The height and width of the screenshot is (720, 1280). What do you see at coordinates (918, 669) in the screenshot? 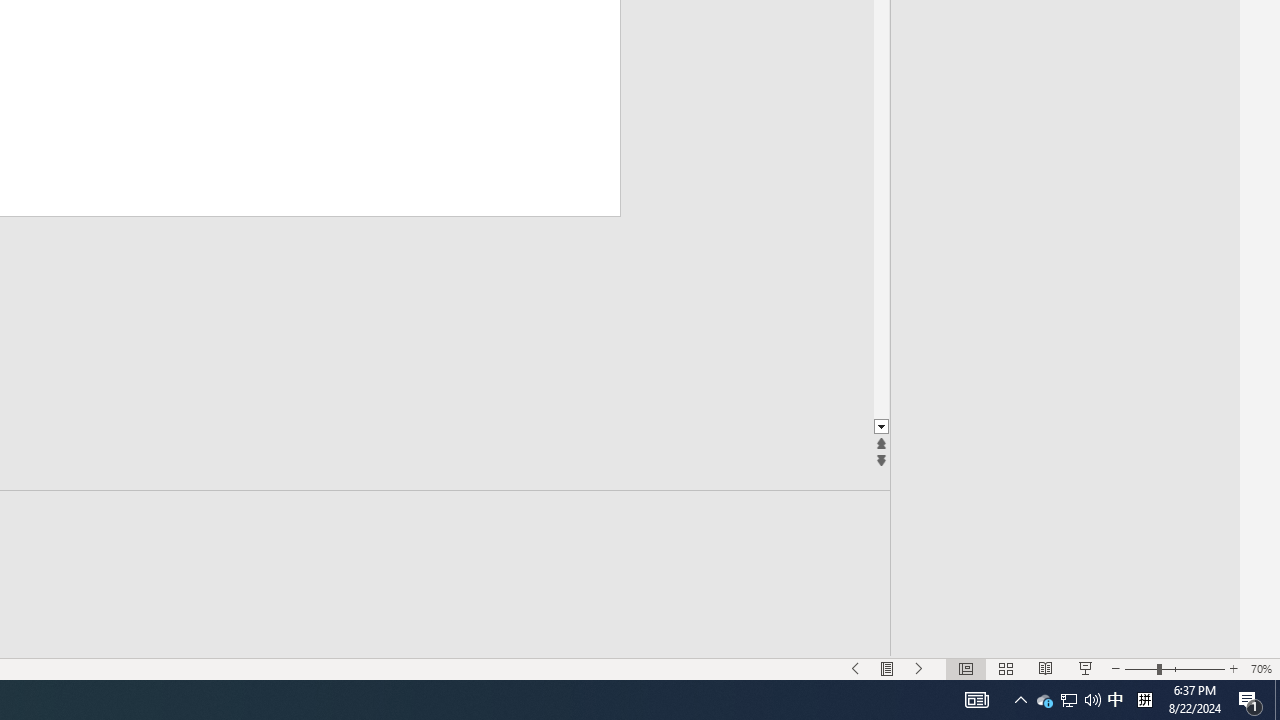
I see `'Slide Show Next On'` at bounding box center [918, 669].